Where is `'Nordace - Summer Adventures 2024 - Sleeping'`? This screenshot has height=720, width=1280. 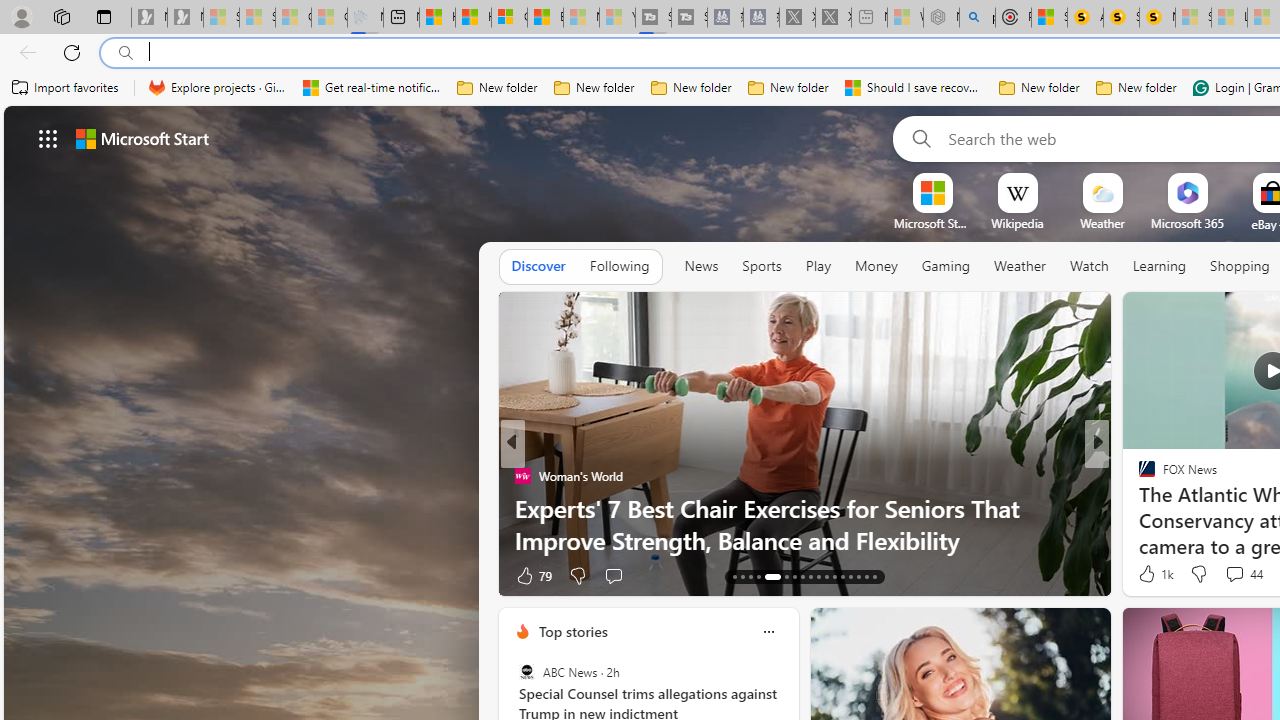
'Nordace - Summer Adventures 2024 - Sleeping' is located at coordinates (940, 17).